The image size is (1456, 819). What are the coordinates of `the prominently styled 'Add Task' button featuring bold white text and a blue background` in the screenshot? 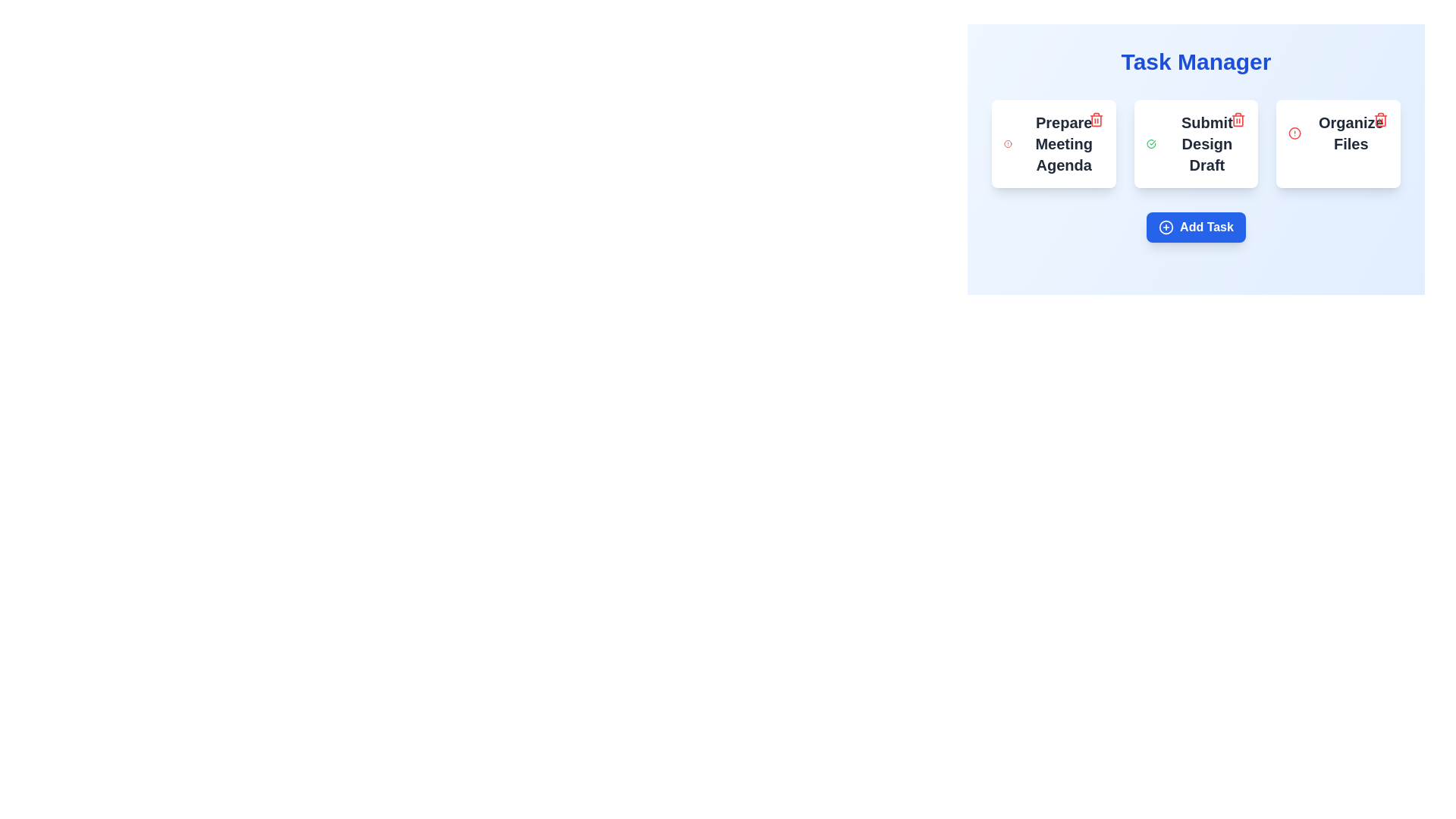 It's located at (1195, 227).